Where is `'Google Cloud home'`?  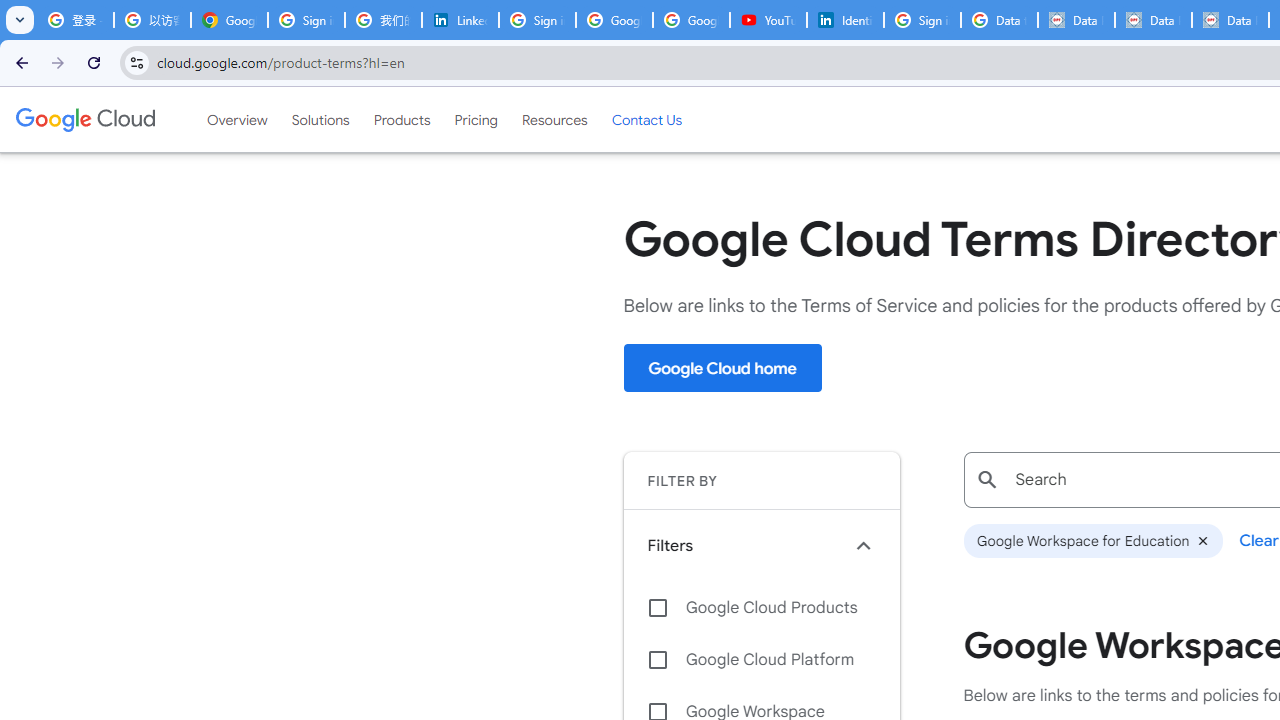
'Google Cloud home' is located at coordinates (721, 367).